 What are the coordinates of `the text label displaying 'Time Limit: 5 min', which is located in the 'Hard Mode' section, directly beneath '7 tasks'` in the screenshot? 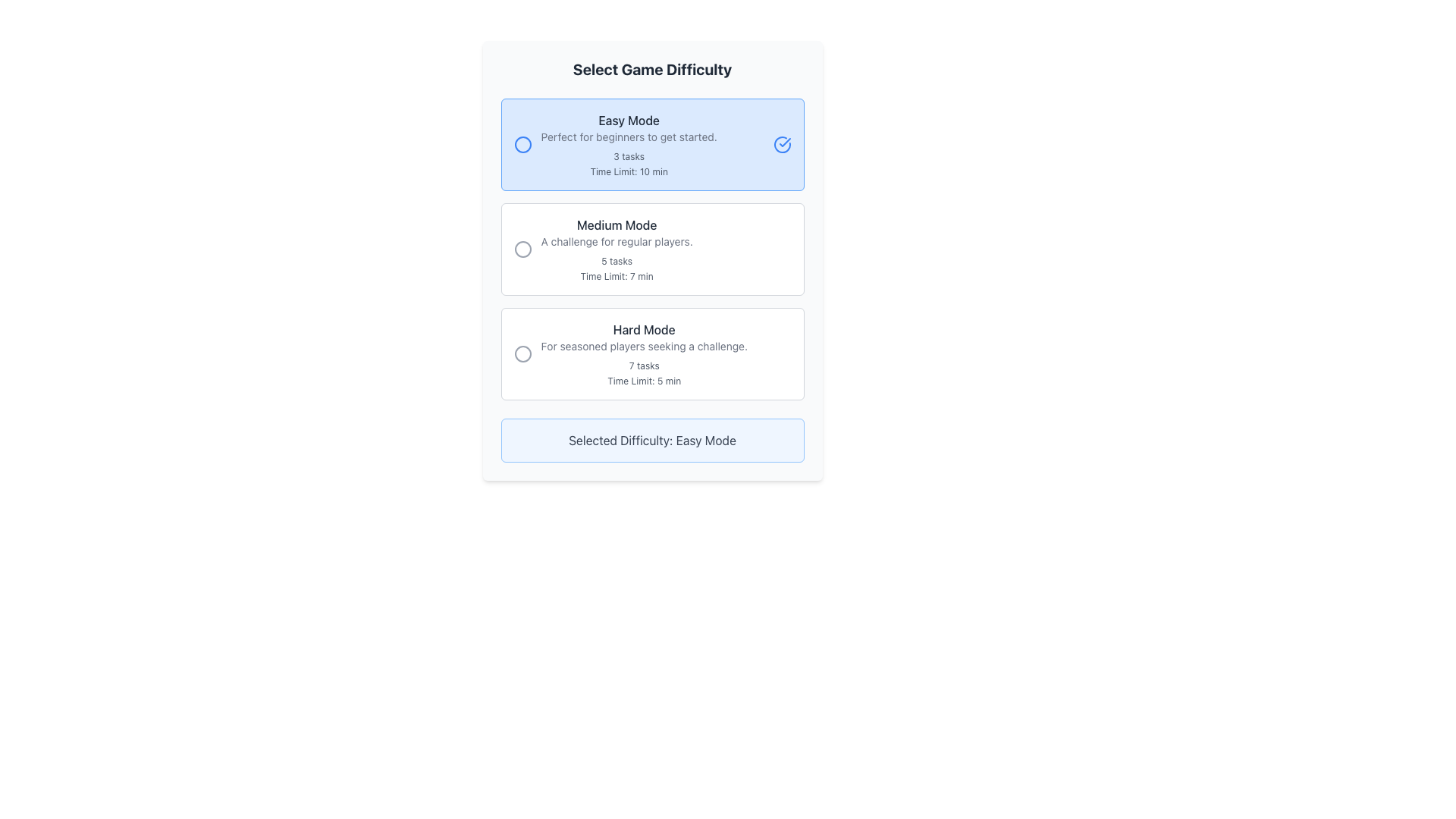 It's located at (644, 380).